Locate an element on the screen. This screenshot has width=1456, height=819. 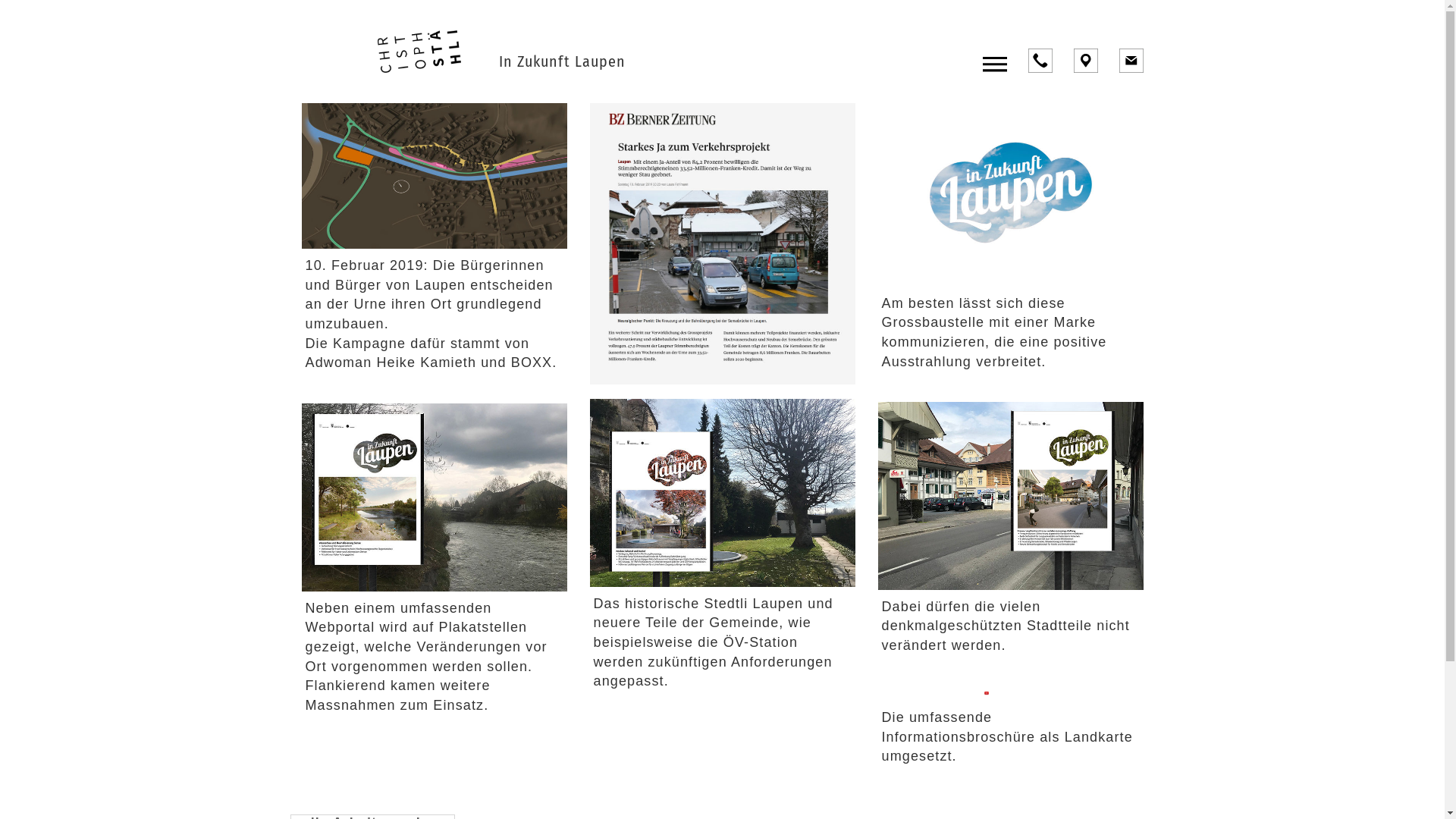
'E-Mail' is located at coordinates (1119, 60).